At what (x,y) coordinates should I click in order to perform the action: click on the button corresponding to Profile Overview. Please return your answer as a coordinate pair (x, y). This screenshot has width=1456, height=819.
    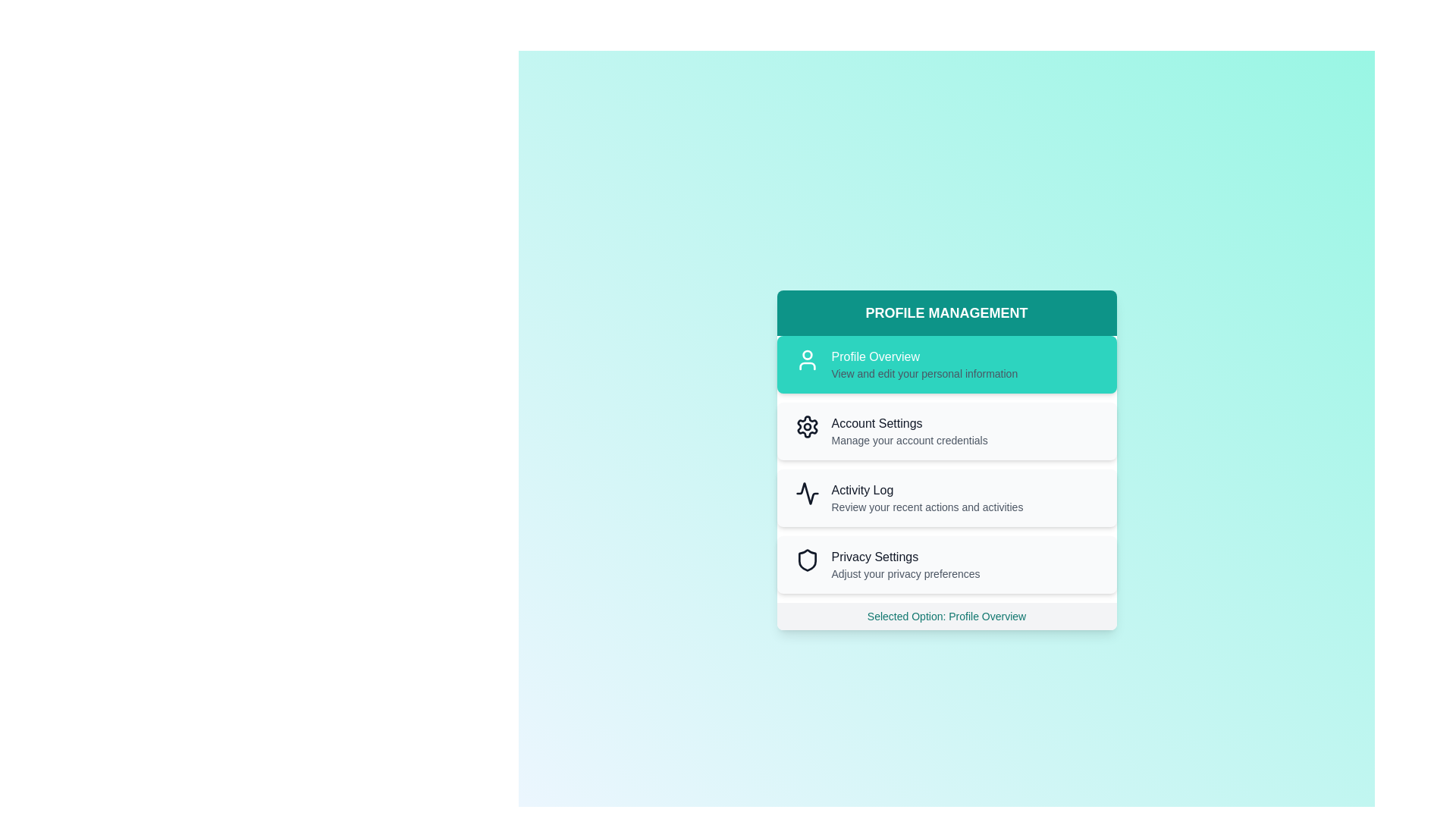
    Looking at the image, I should click on (946, 365).